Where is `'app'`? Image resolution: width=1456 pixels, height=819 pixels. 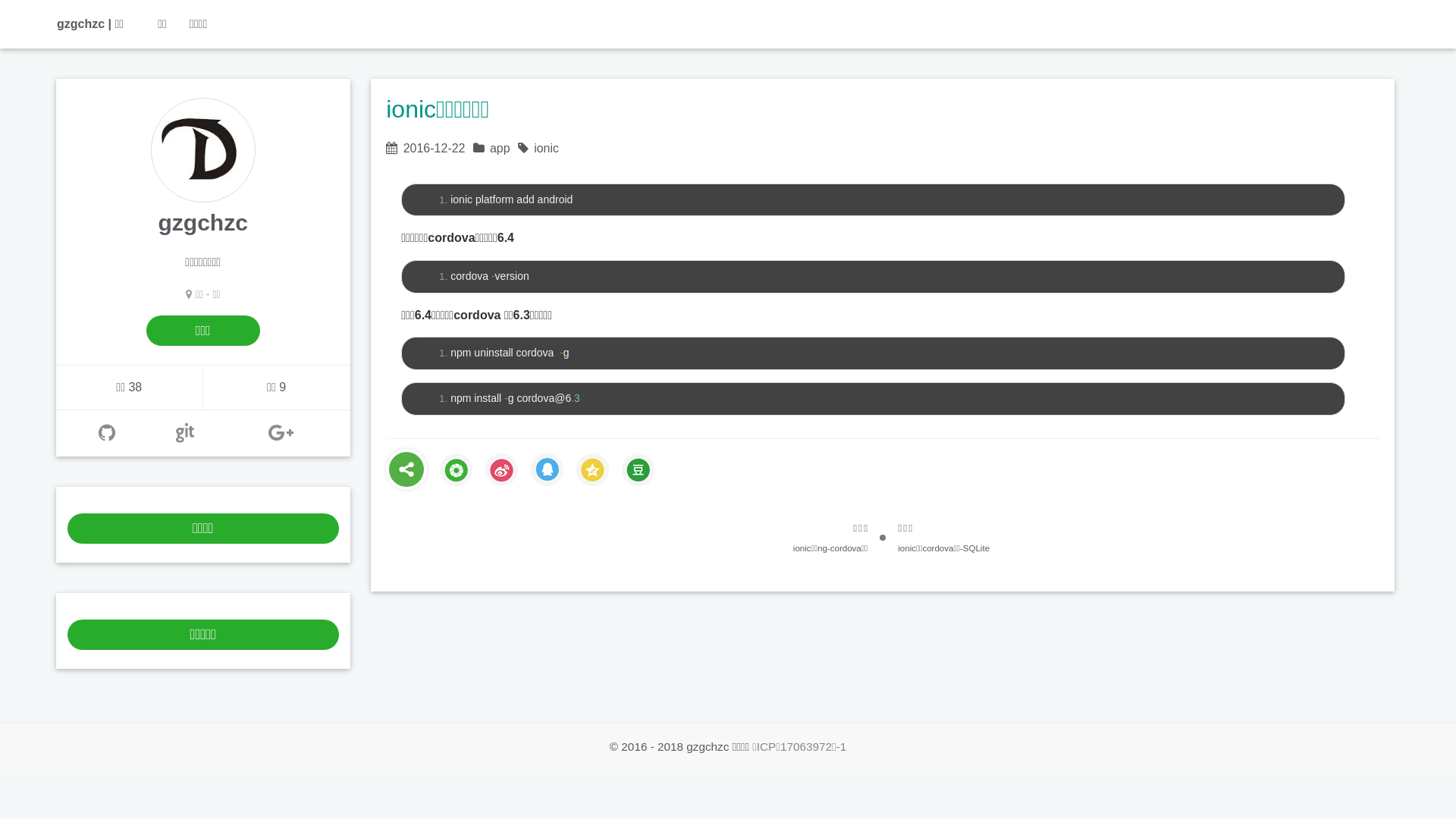 'app' is located at coordinates (490, 148).